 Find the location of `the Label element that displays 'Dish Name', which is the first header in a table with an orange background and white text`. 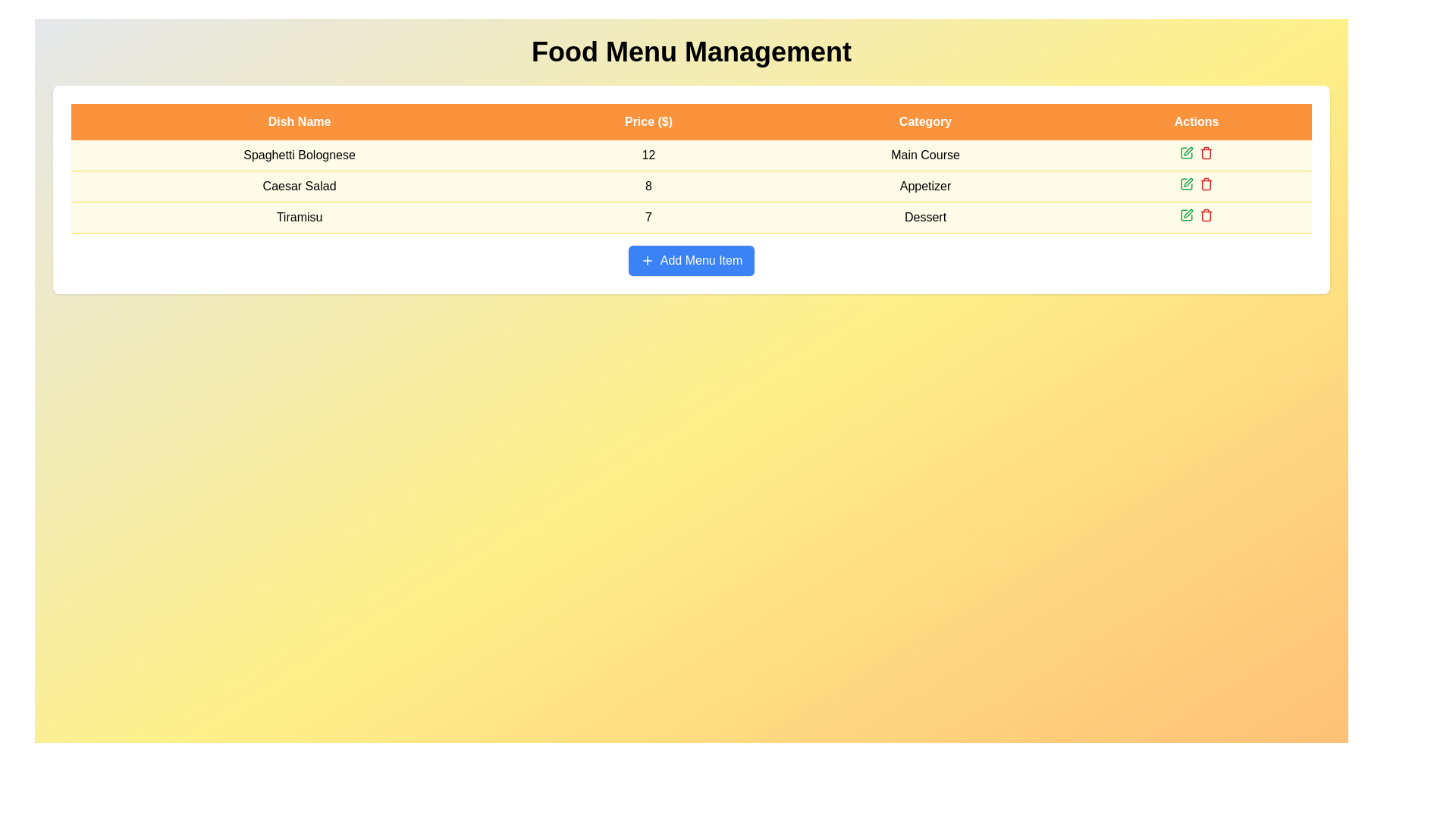

the Label element that displays 'Dish Name', which is the first header in a table with an orange background and white text is located at coordinates (300, 121).